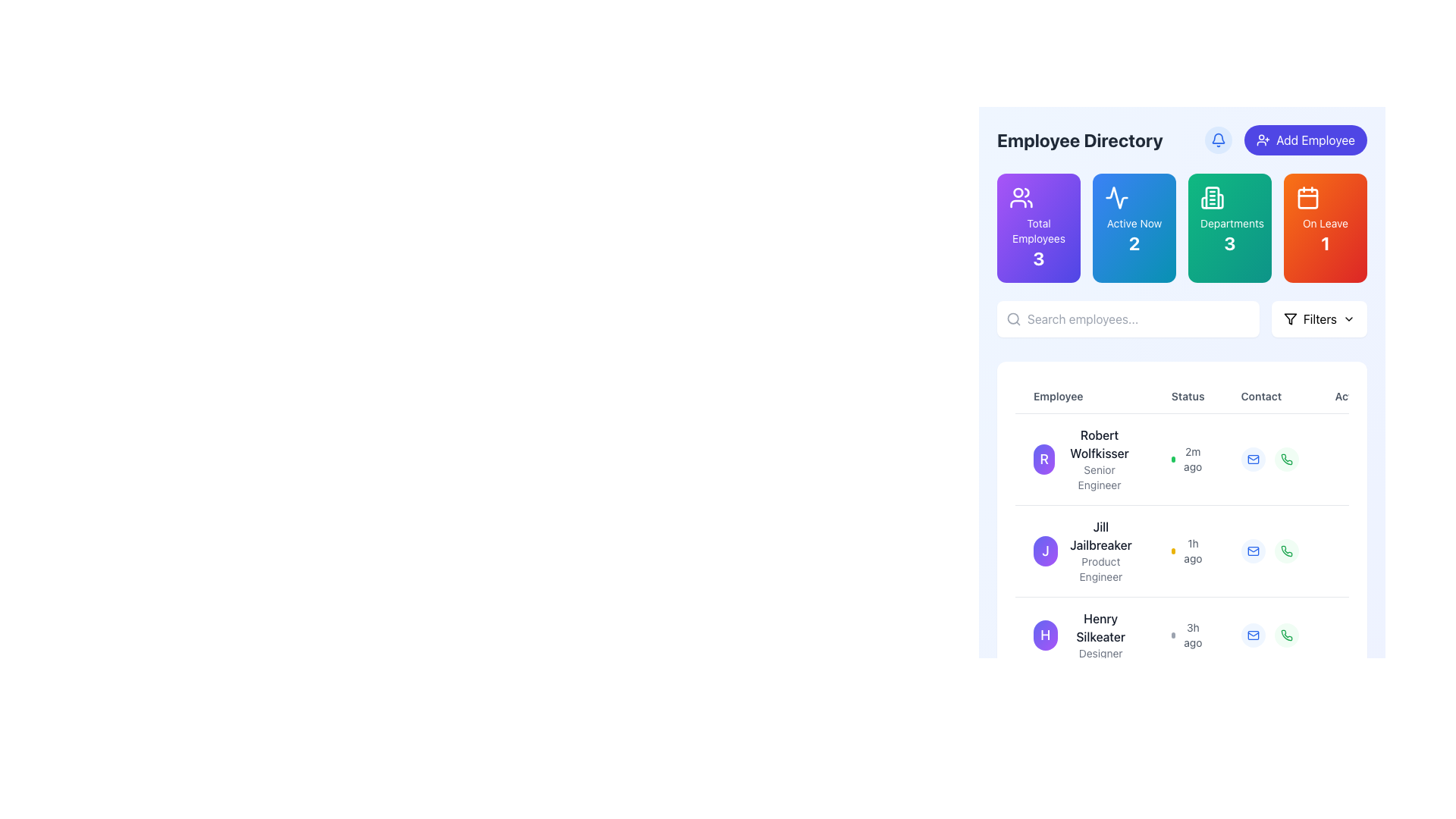 Image resolution: width=1456 pixels, height=819 pixels. What do you see at coordinates (1285, 635) in the screenshot?
I see `the green phone icon button that represents call functionality while tabbing through the employee management interface` at bounding box center [1285, 635].